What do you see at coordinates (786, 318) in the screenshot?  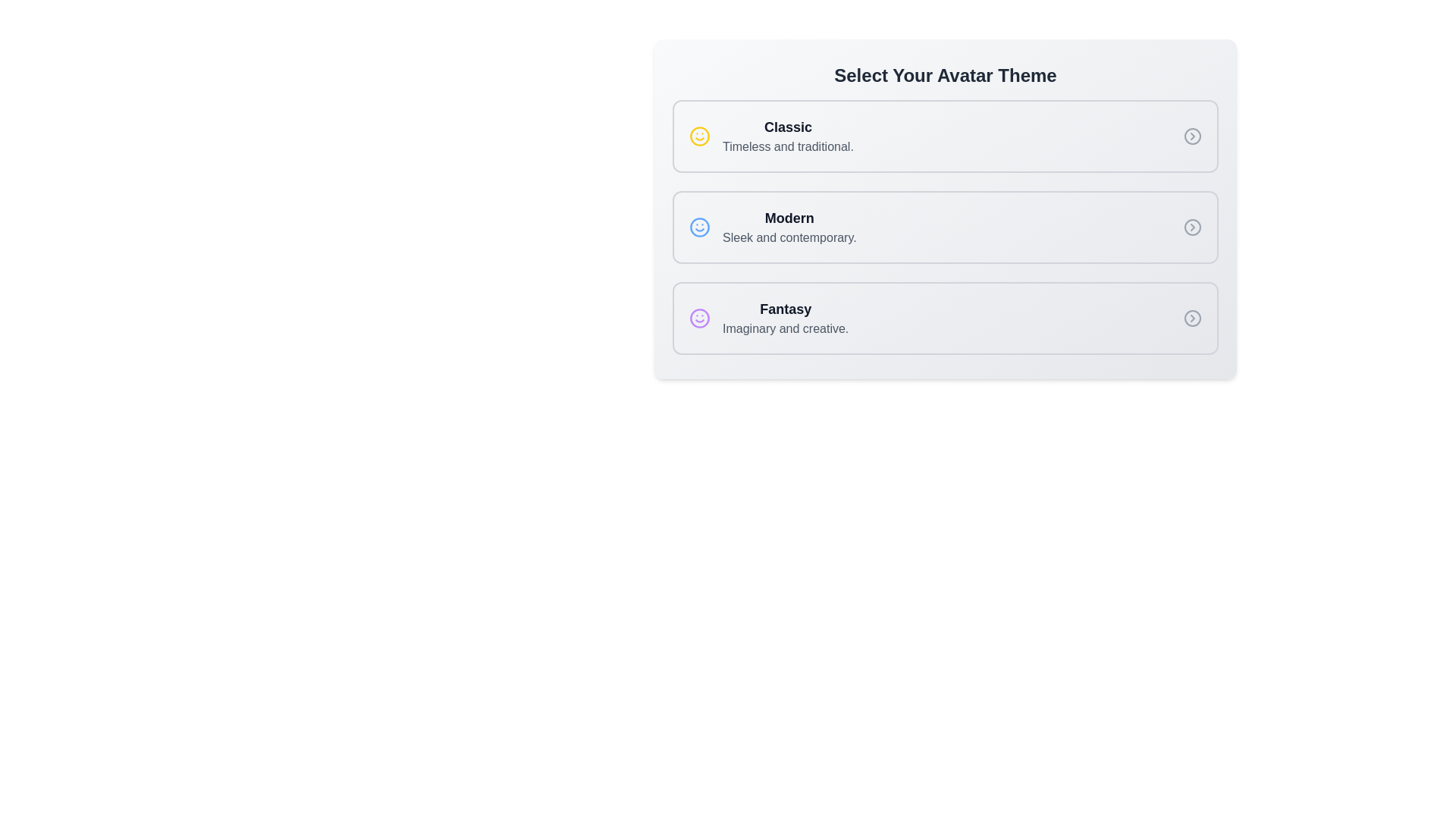 I see `the Text label displaying the title and subtitle for the 'Fantasy' avatar theme option, which is located in the last card of a vertical list of options` at bounding box center [786, 318].